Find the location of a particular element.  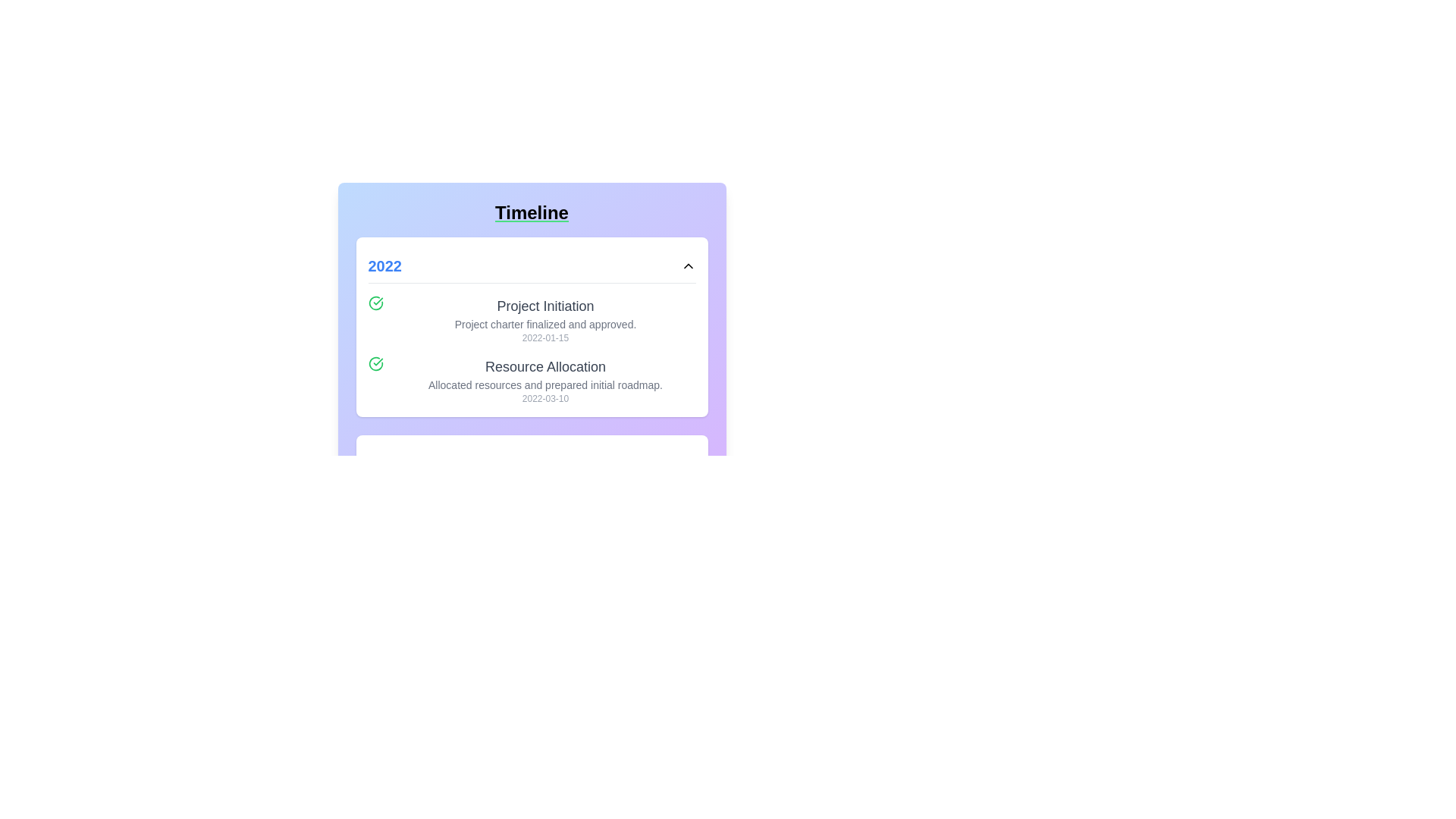

the text label displaying the date '2022-03-10', which is a small gray text component located at the bottom of the 'Resource Allocation' section is located at coordinates (545, 397).